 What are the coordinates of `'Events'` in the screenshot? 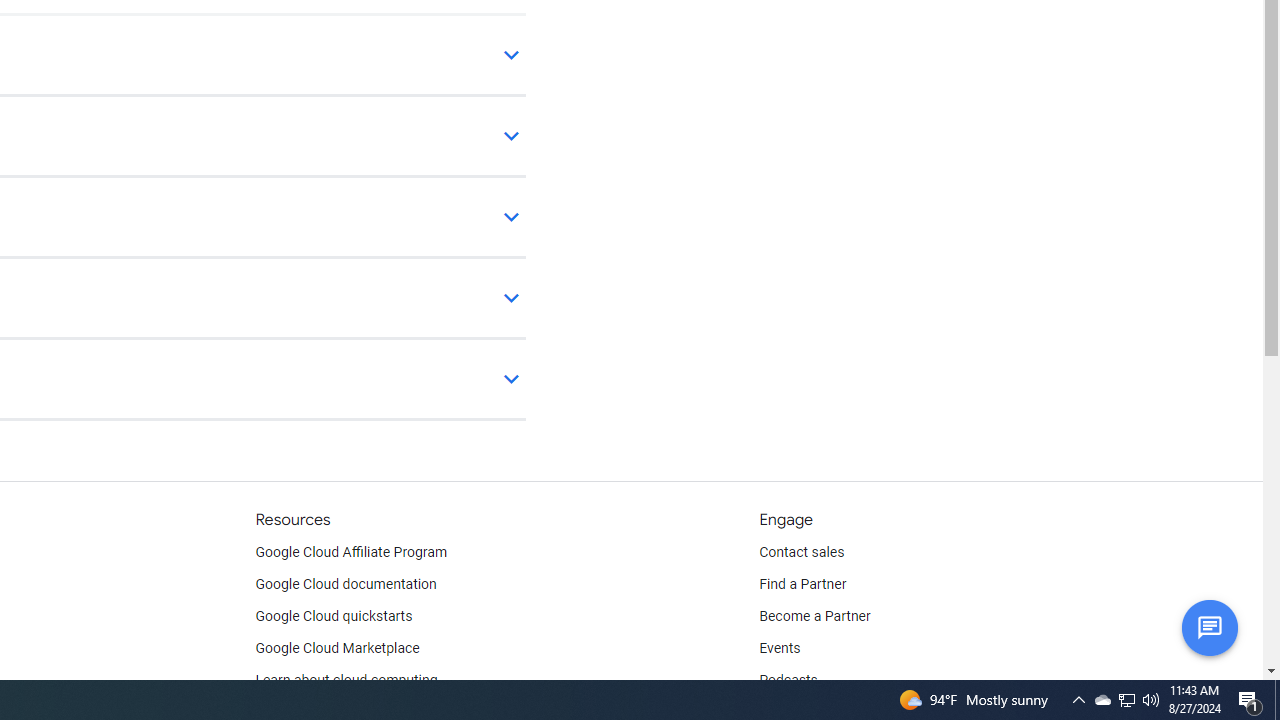 It's located at (779, 649).